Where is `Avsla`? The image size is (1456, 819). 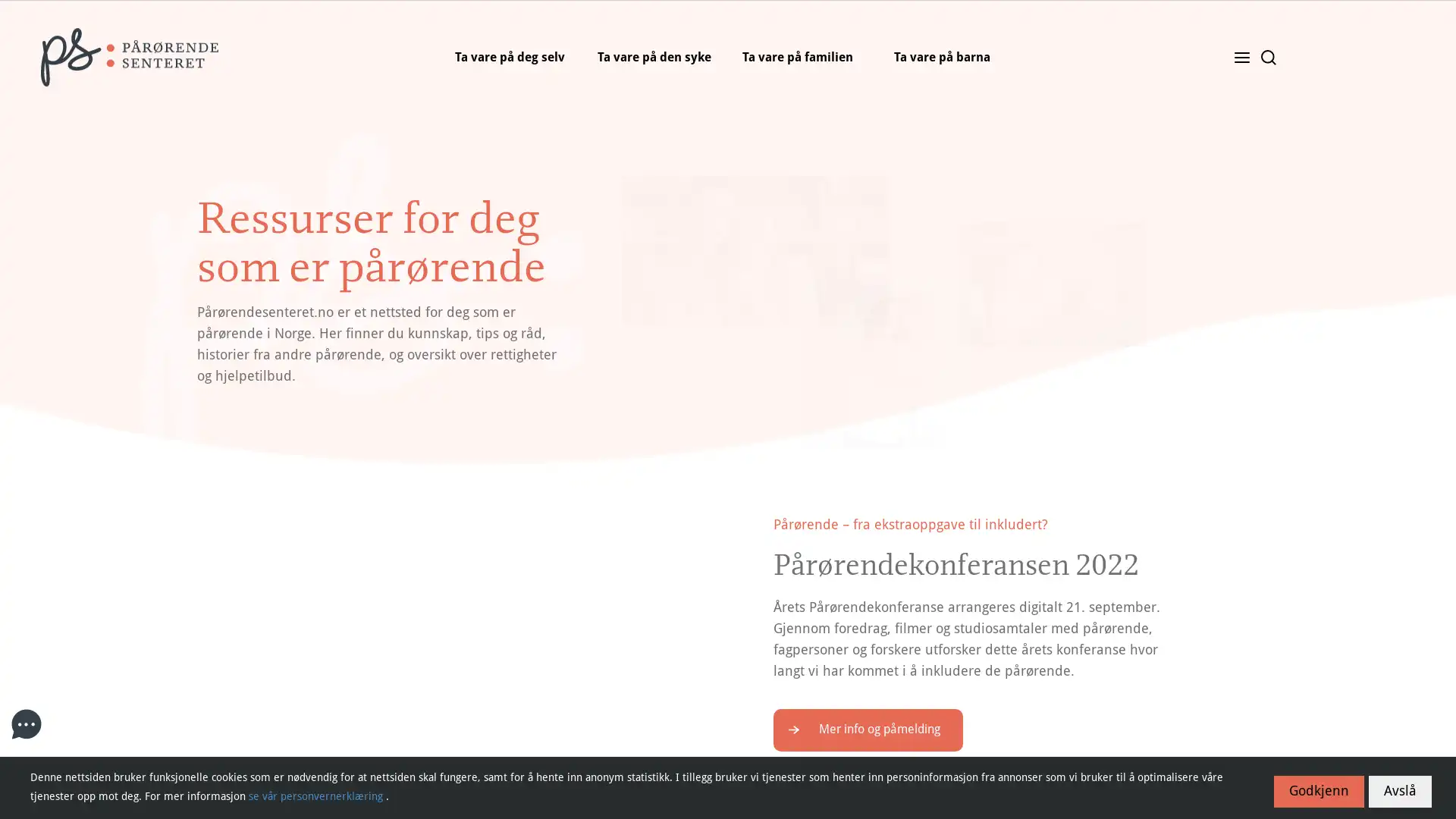 Avsla is located at coordinates (1398, 791).